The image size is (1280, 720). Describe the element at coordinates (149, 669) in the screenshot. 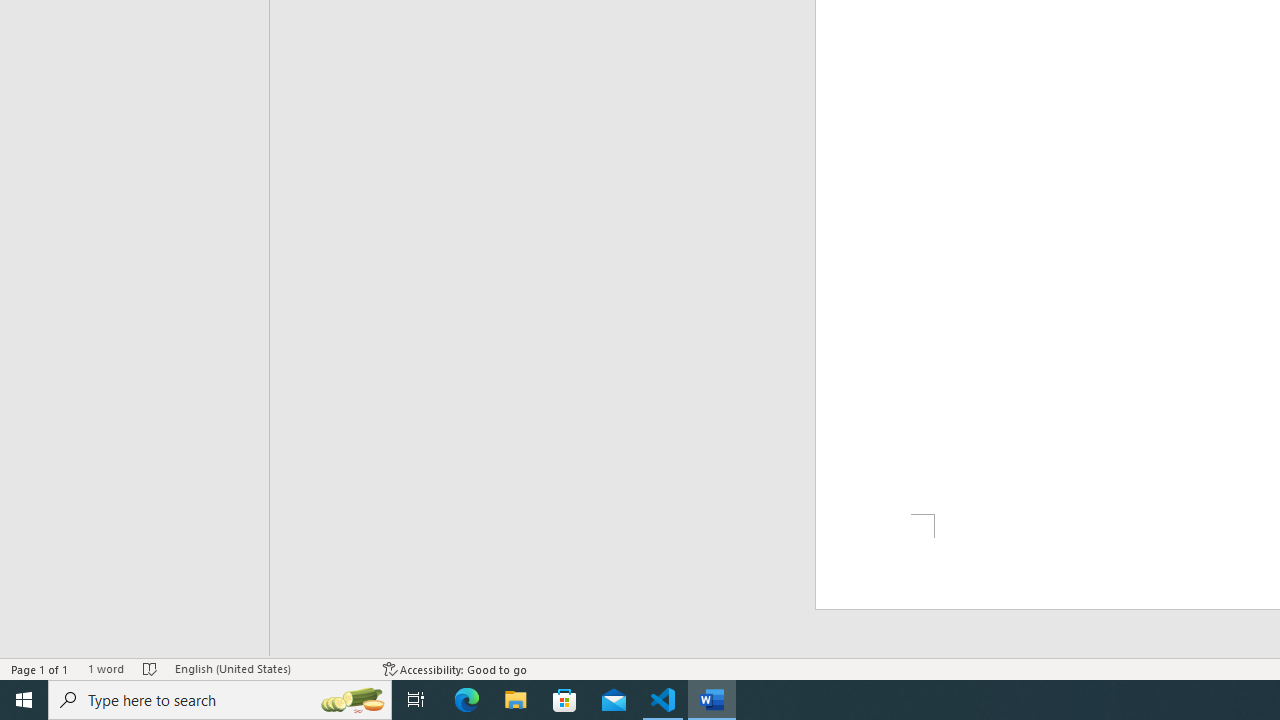

I see `'Spelling and Grammar Check No Errors'` at that location.